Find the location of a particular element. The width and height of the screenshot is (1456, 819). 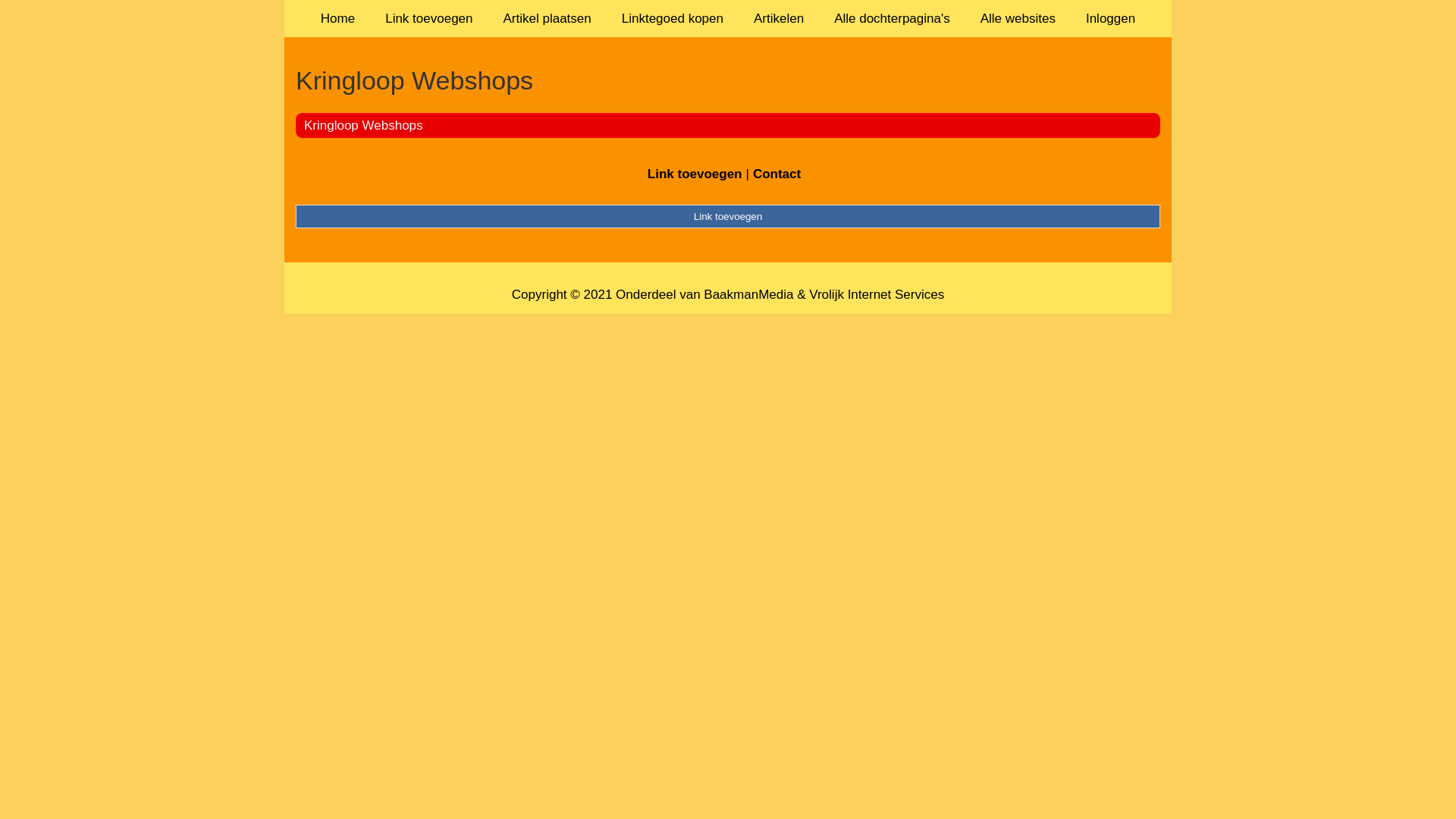

'Vrolijk Internet Services' is located at coordinates (877, 294).